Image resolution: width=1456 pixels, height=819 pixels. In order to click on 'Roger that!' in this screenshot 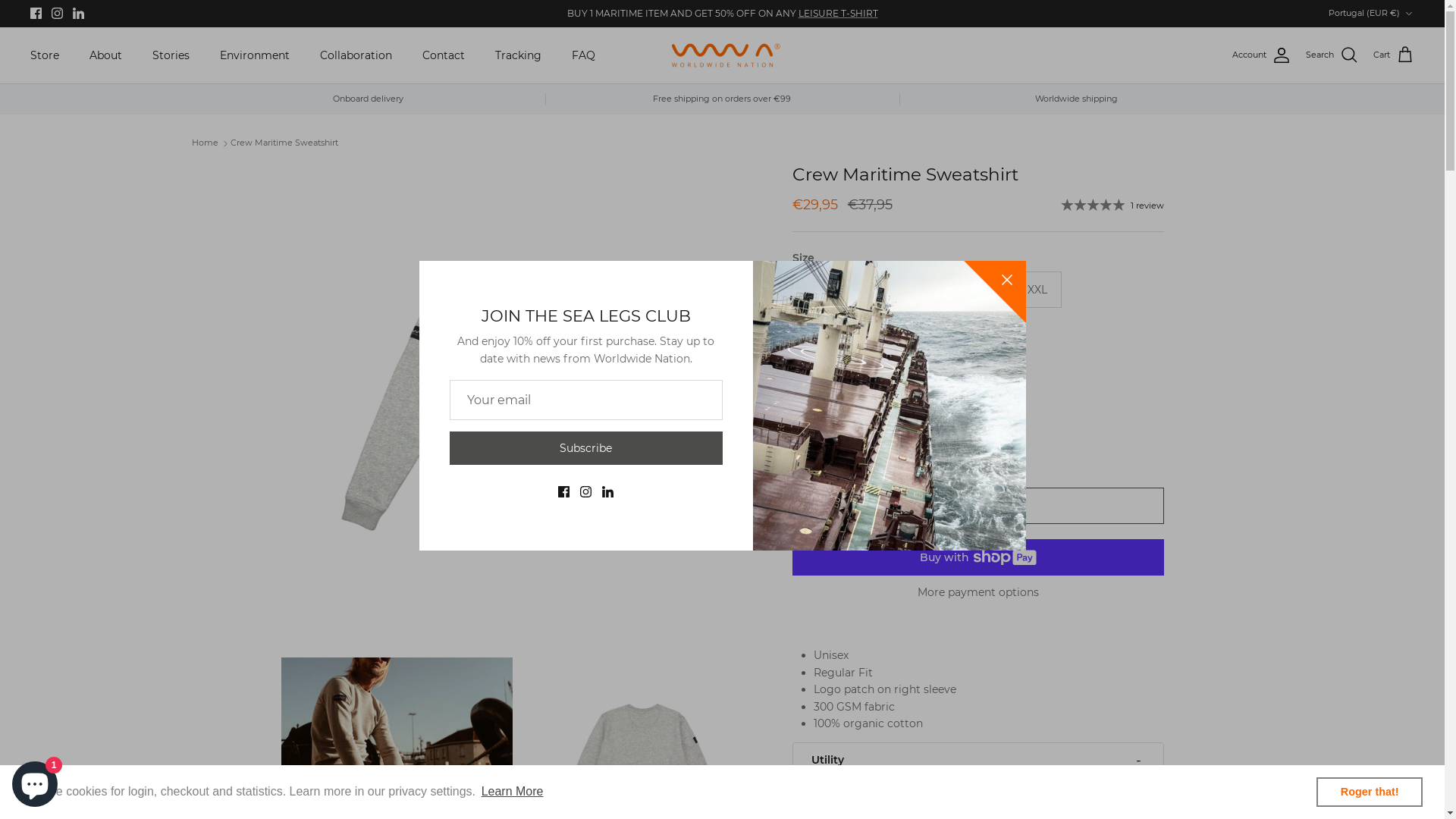, I will do `click(1369, 791)`.